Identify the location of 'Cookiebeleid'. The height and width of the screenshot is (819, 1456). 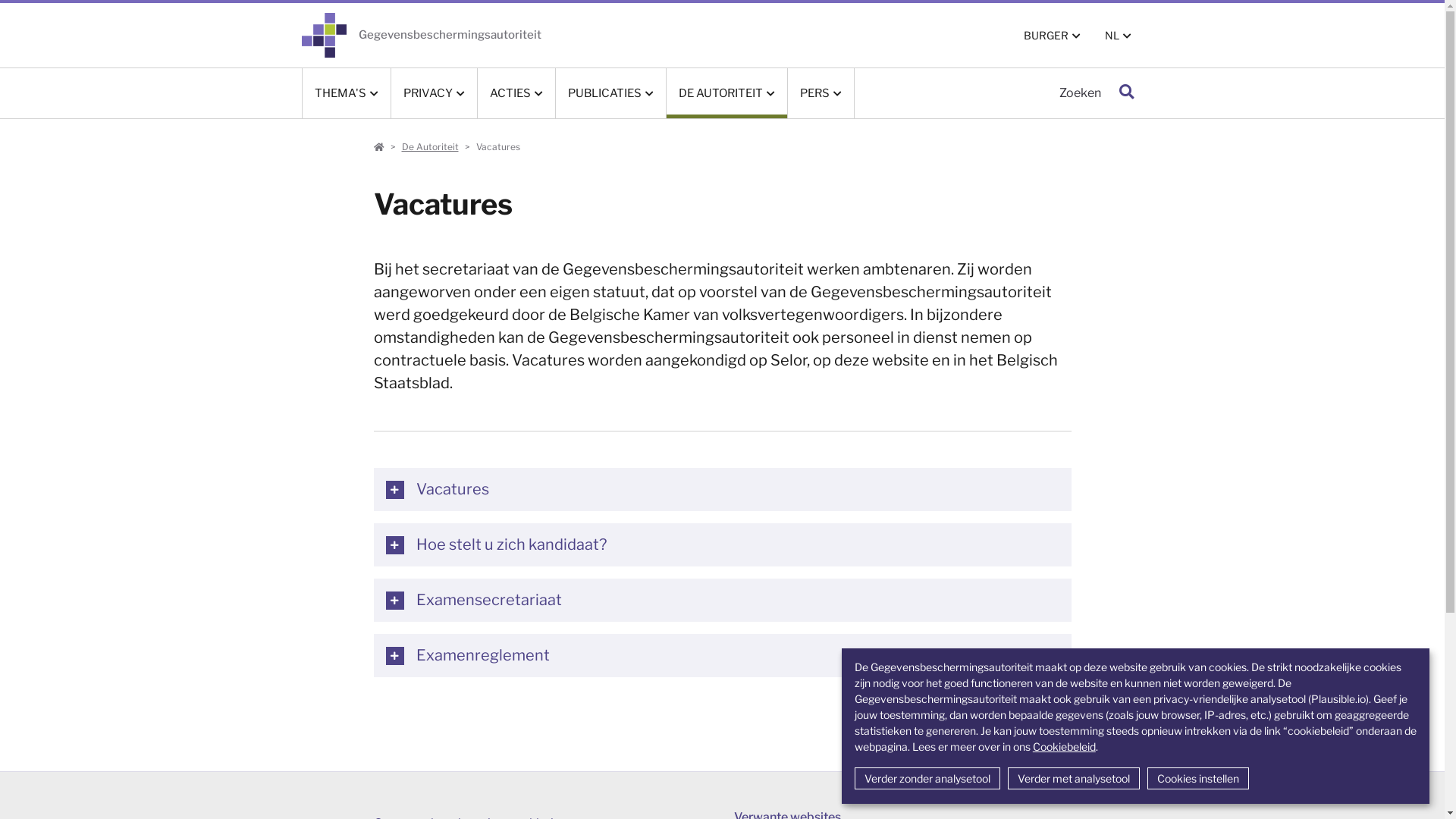
(1032, 745).